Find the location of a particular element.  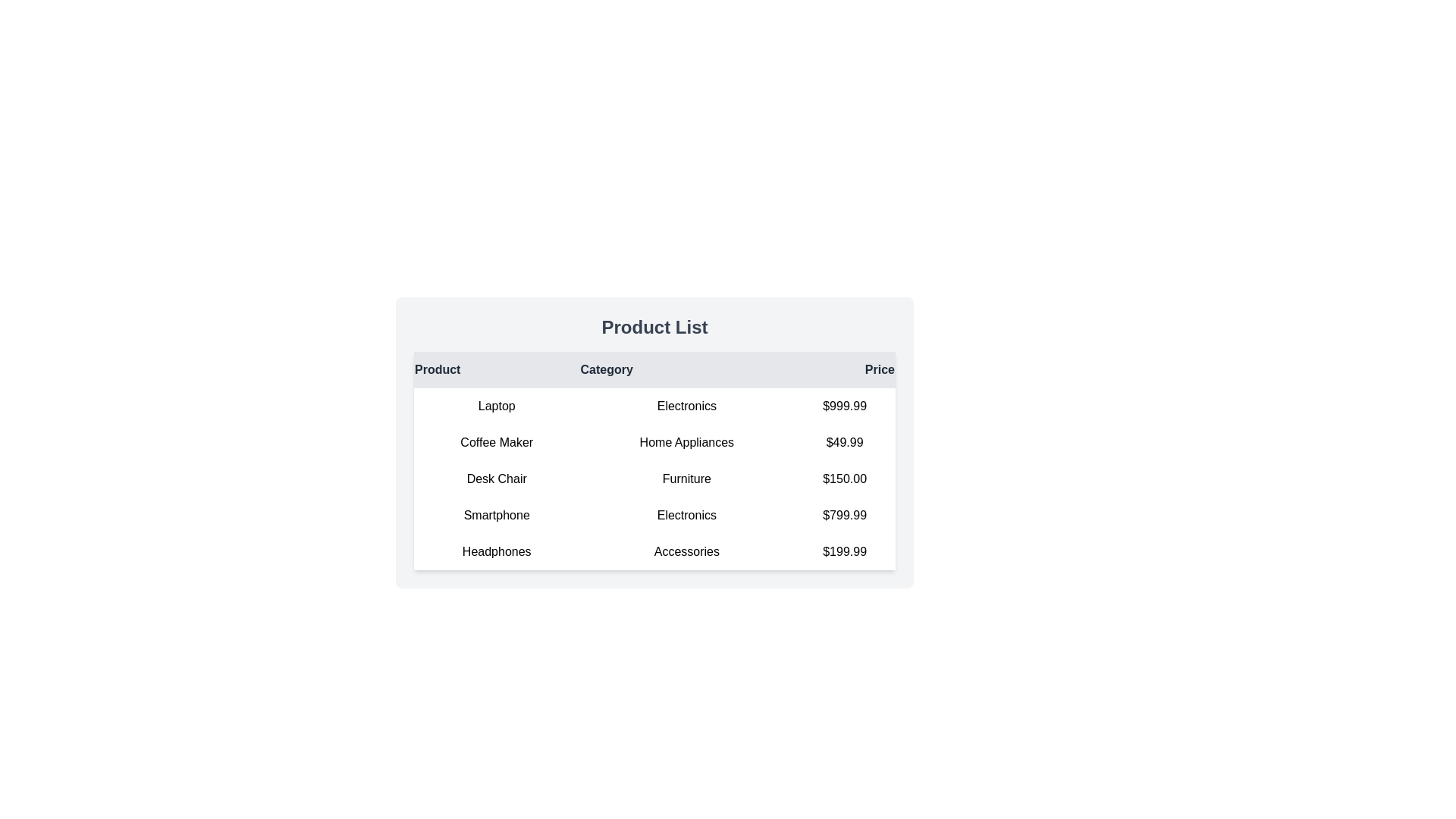

the label indicating the product category in the second column of the third row of the table, which is adjacent to 'Desk Chair' and '$150.00' is located at coordinates (686, 479).